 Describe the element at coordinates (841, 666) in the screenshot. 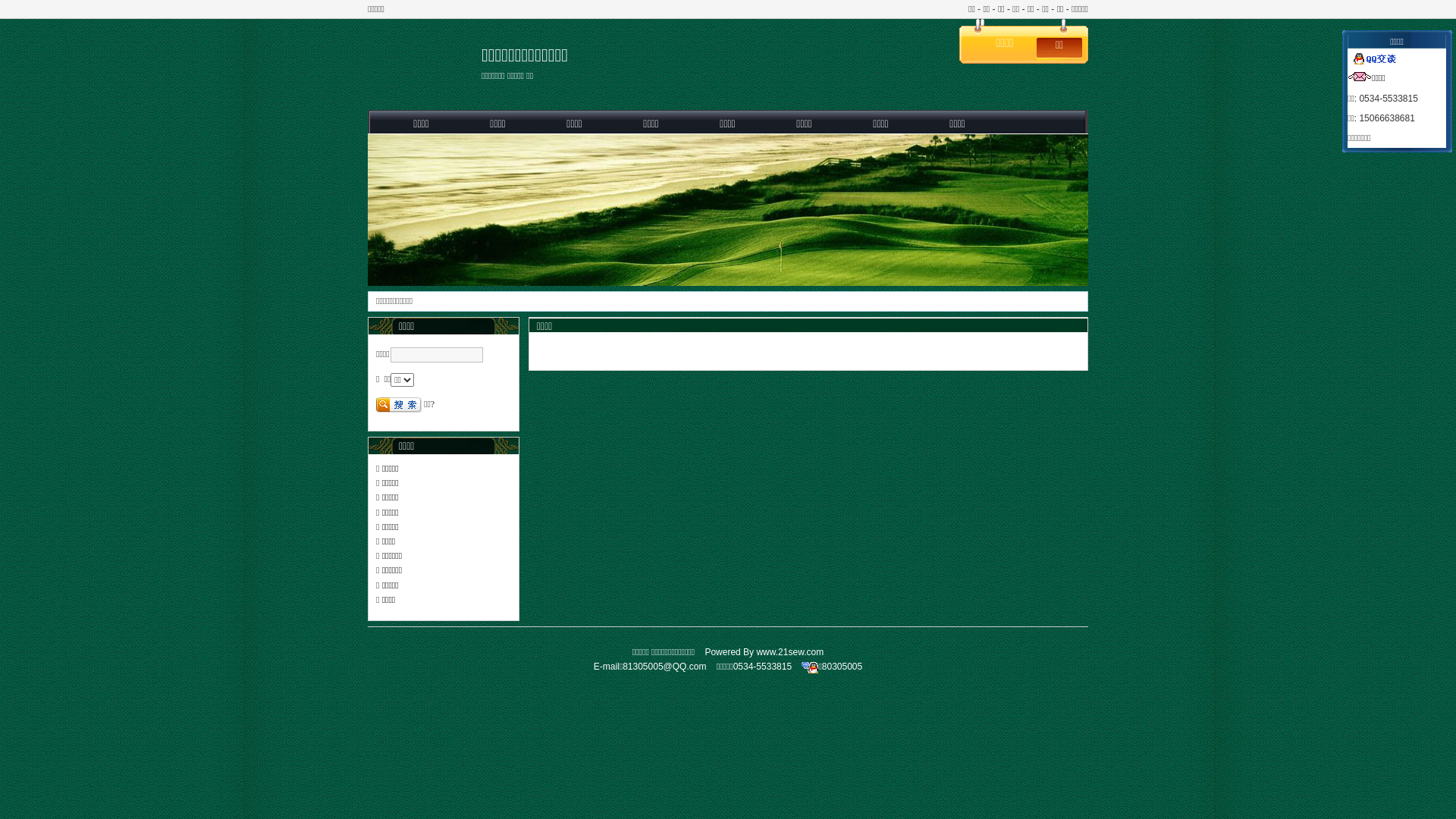

I see `'80305005'` at that location.